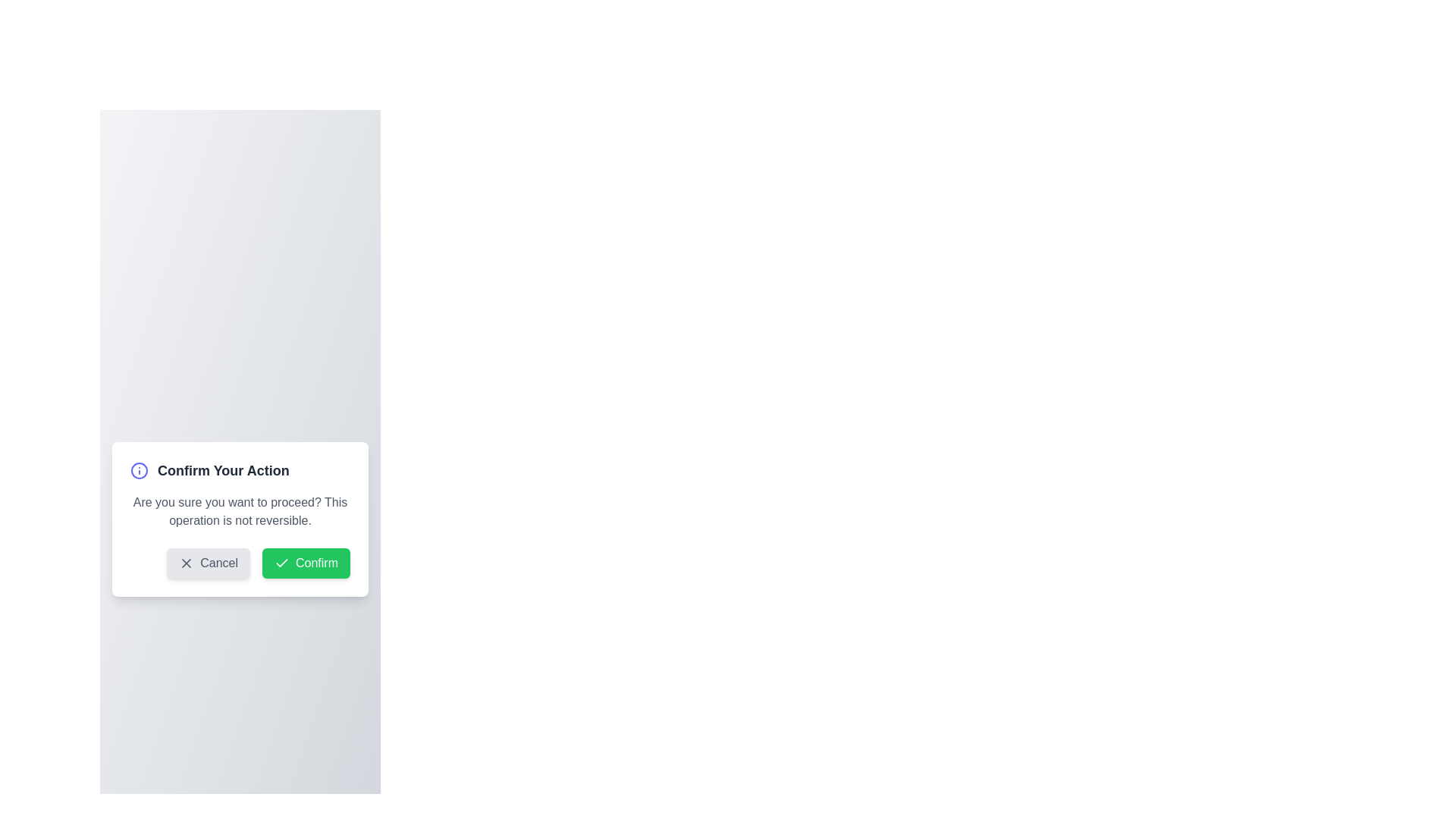 This screenshot has width=1456, height=819. I want to click on the confirm button located at the bottom-right side of the modal dialog box to confirm the action, so click(305, 563).